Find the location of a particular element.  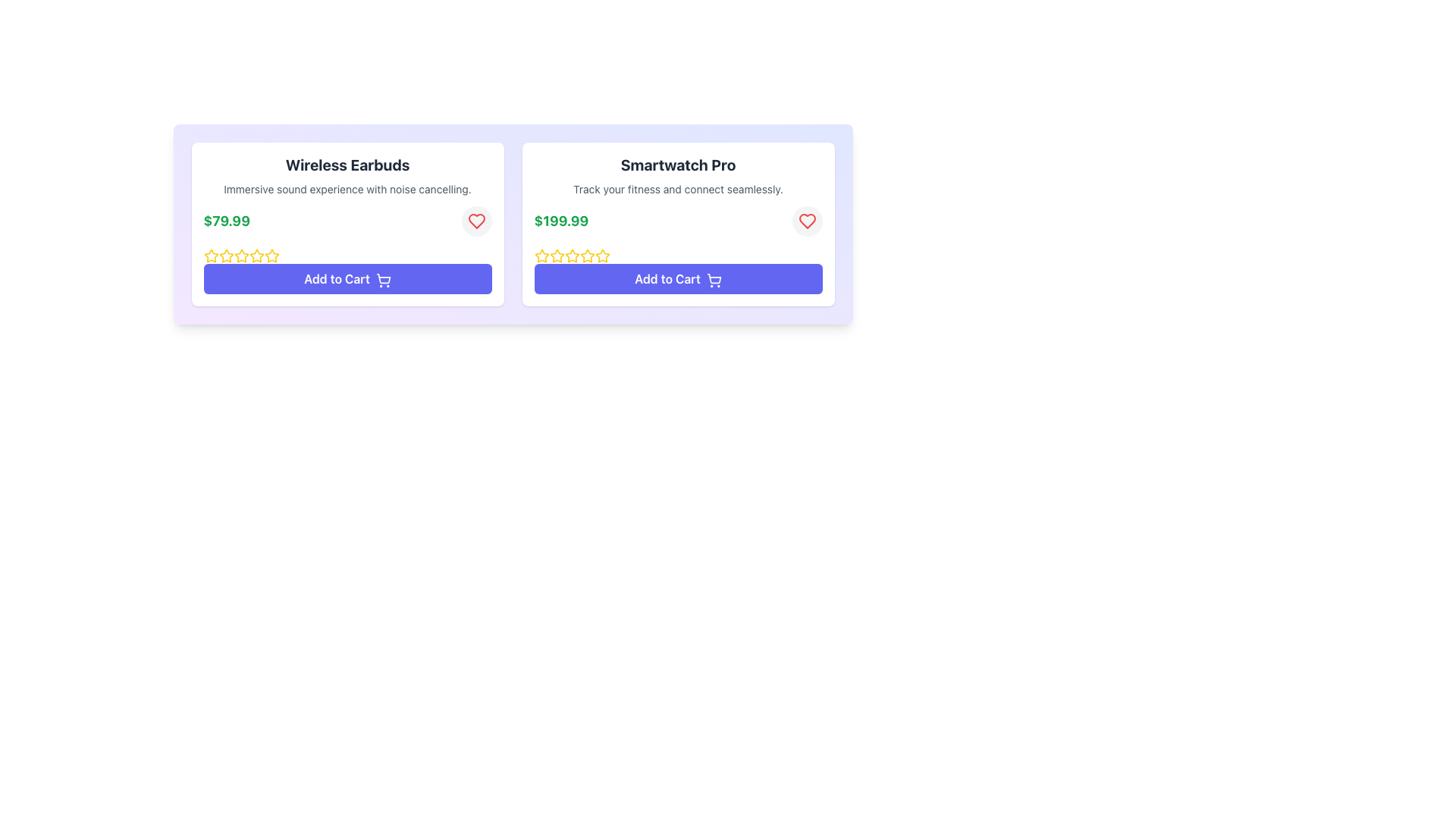

the non-interactive label displaying the text 'Immersive sound experience with noise cancelling.' which is styled with a small font size and gray color, positioned below the title 'Wireless Earbuds' is located at coordinates (347, 189).